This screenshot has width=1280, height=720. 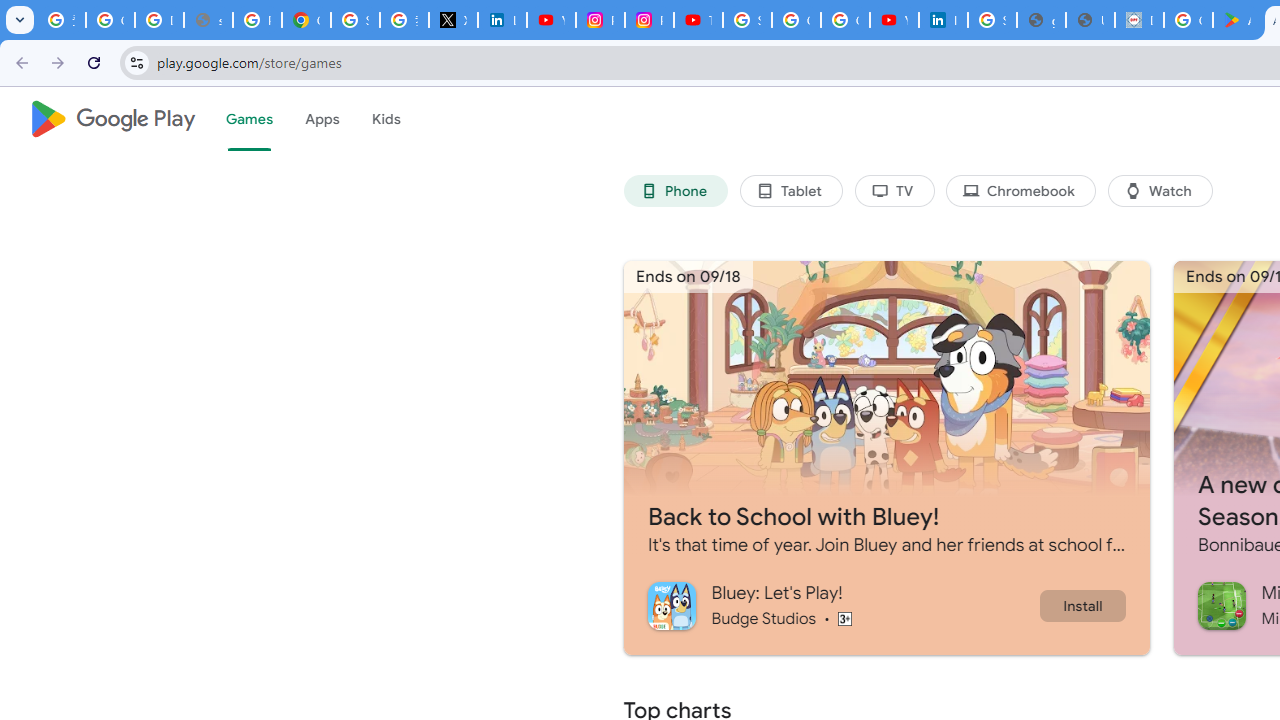 I want to click on 'Privacy Help Center - Policies Help', so click(x=256, y=20).